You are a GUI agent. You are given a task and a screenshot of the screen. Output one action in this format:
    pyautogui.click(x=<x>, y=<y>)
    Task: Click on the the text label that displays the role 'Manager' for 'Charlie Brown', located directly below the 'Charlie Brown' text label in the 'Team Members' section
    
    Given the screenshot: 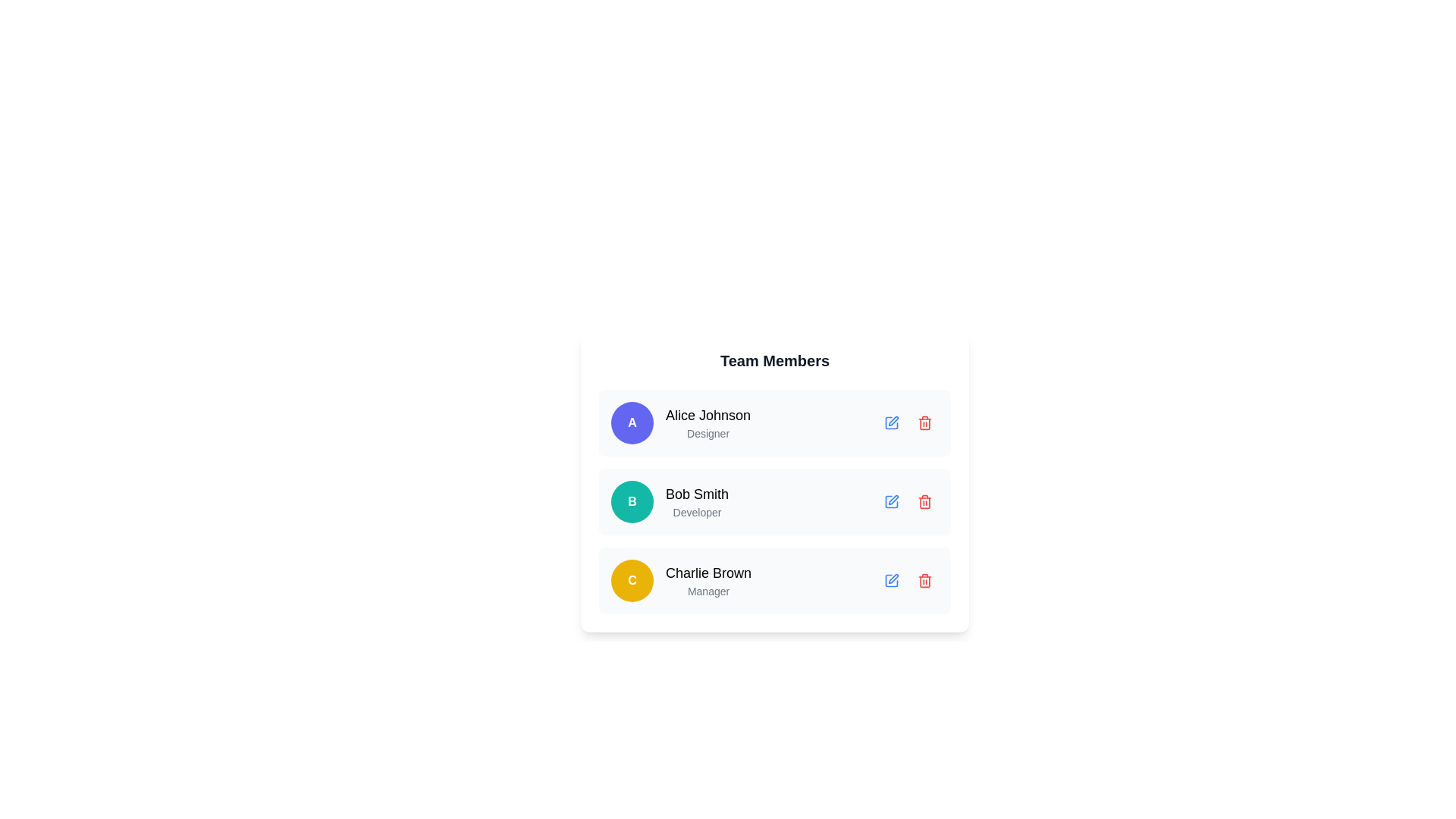 What is the action you would take?
    pyautogui.click(x=708, y=590)
    